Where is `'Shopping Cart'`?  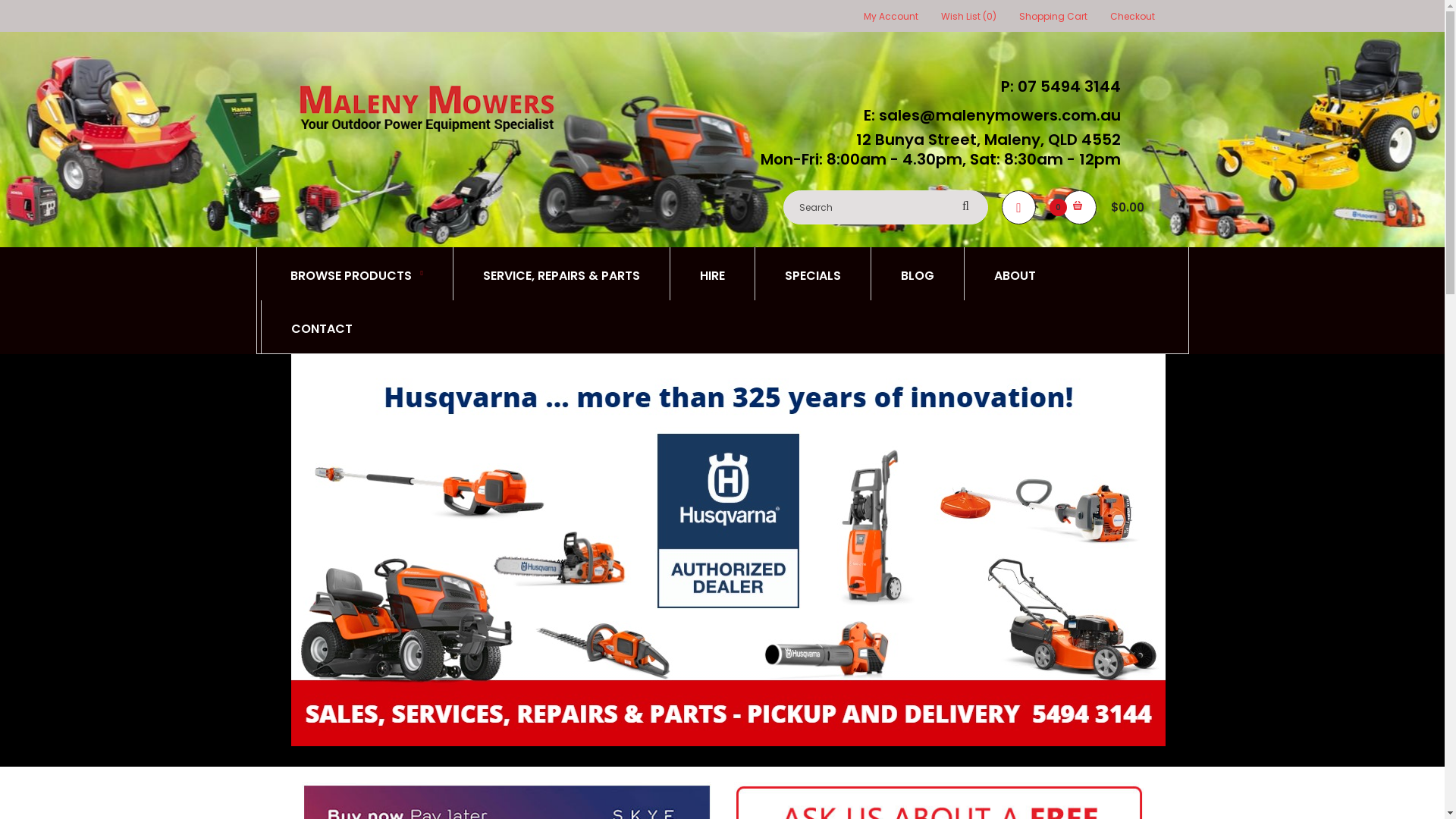
'Shopping Cart' is located at coordinates (1019, 16).